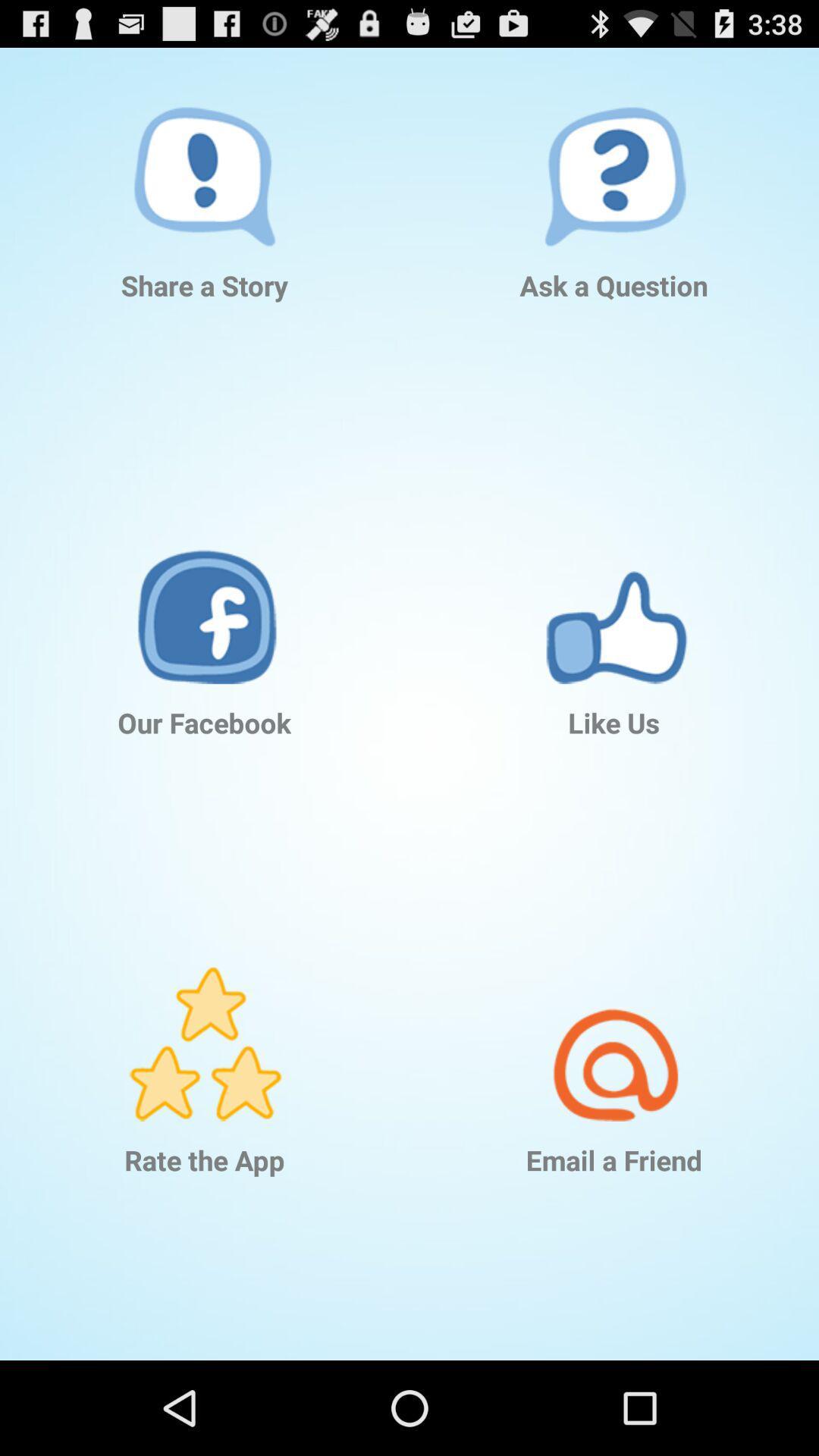  What do you see at coordinates (205, 1022) in the screenshot?
I see `rate the app ion` at bounding box center [205, 1022].